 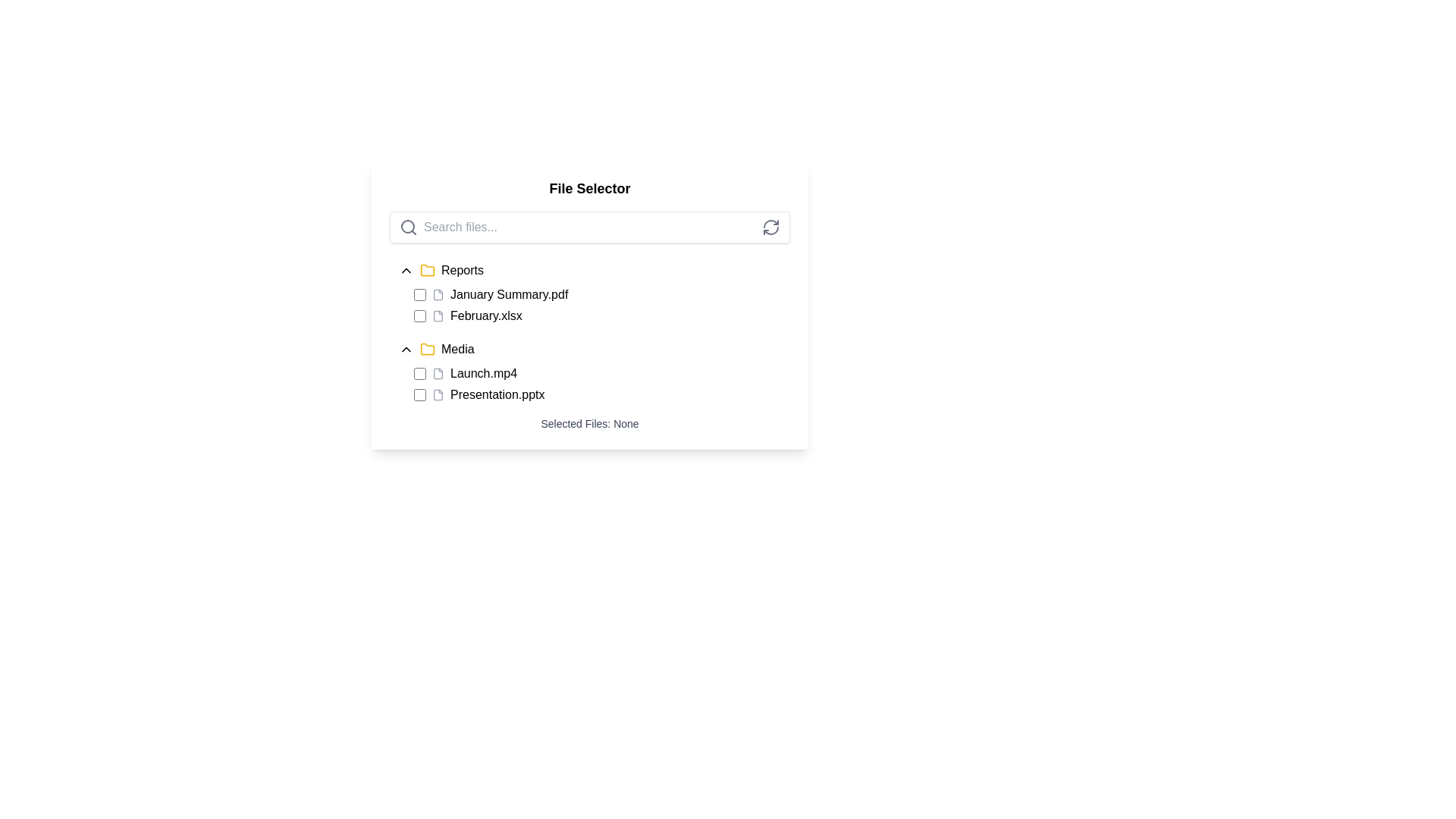 I want to click on the PDF file icon located to the left of the text 'January Summary.pdf' in the 'Reports' section of the file selector interface, so click(x=437, y=295).